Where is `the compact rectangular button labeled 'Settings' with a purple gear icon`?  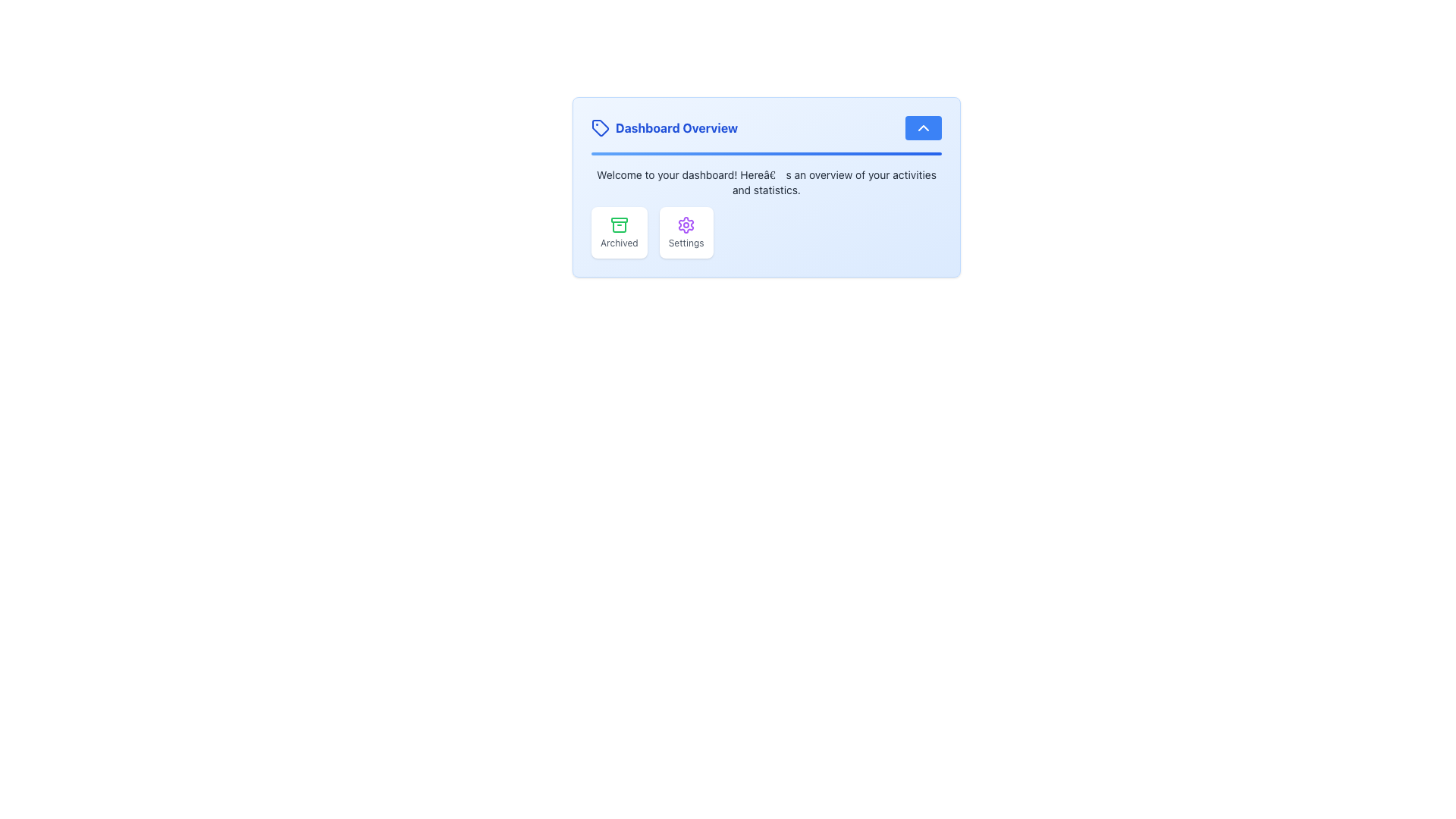 the compact rectangular button labeled 'Settings' with a purple gear icon is located at coordinates (686, 233).